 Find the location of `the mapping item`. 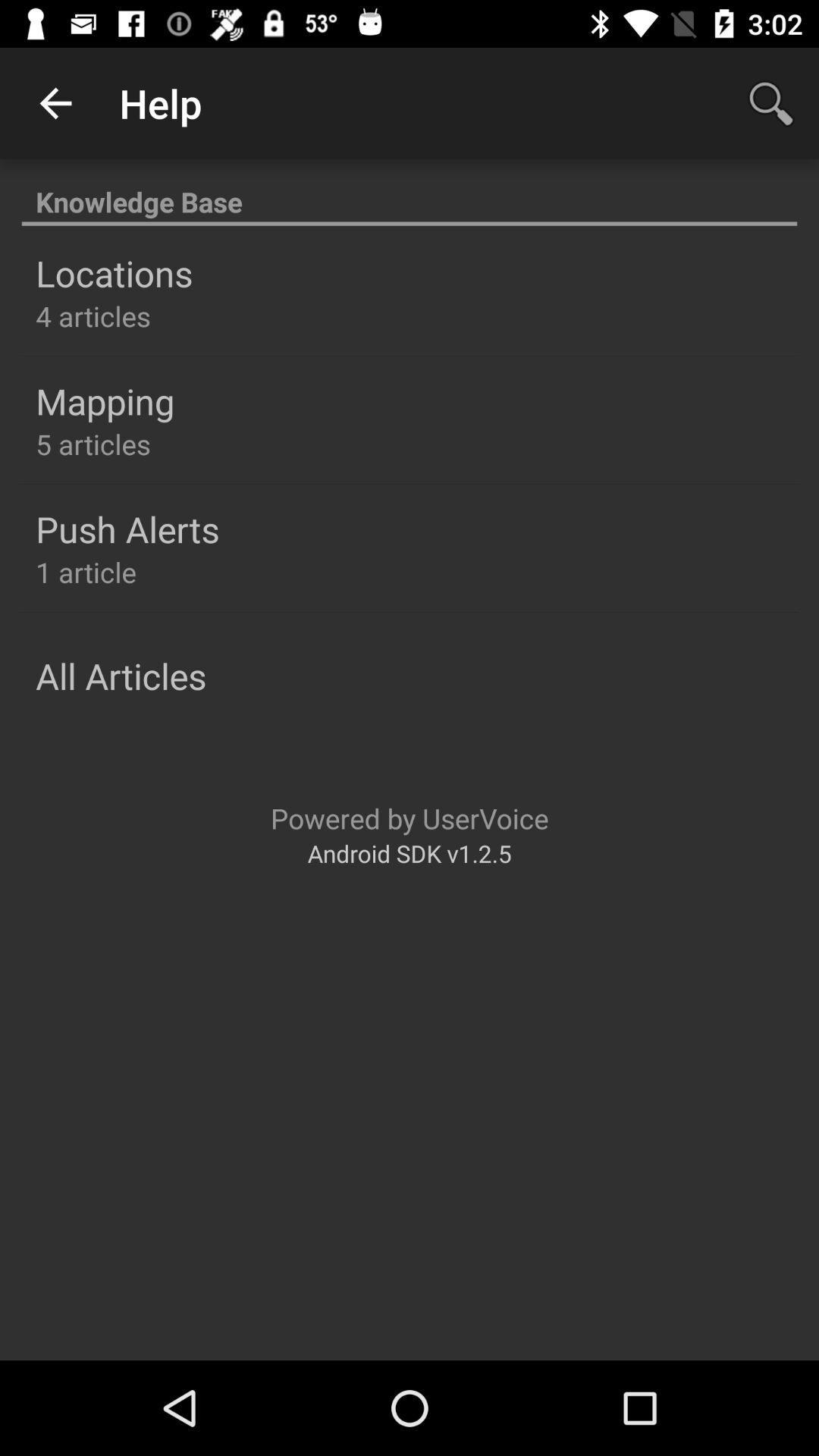

the mapping item is located at coordinates (104, 401).